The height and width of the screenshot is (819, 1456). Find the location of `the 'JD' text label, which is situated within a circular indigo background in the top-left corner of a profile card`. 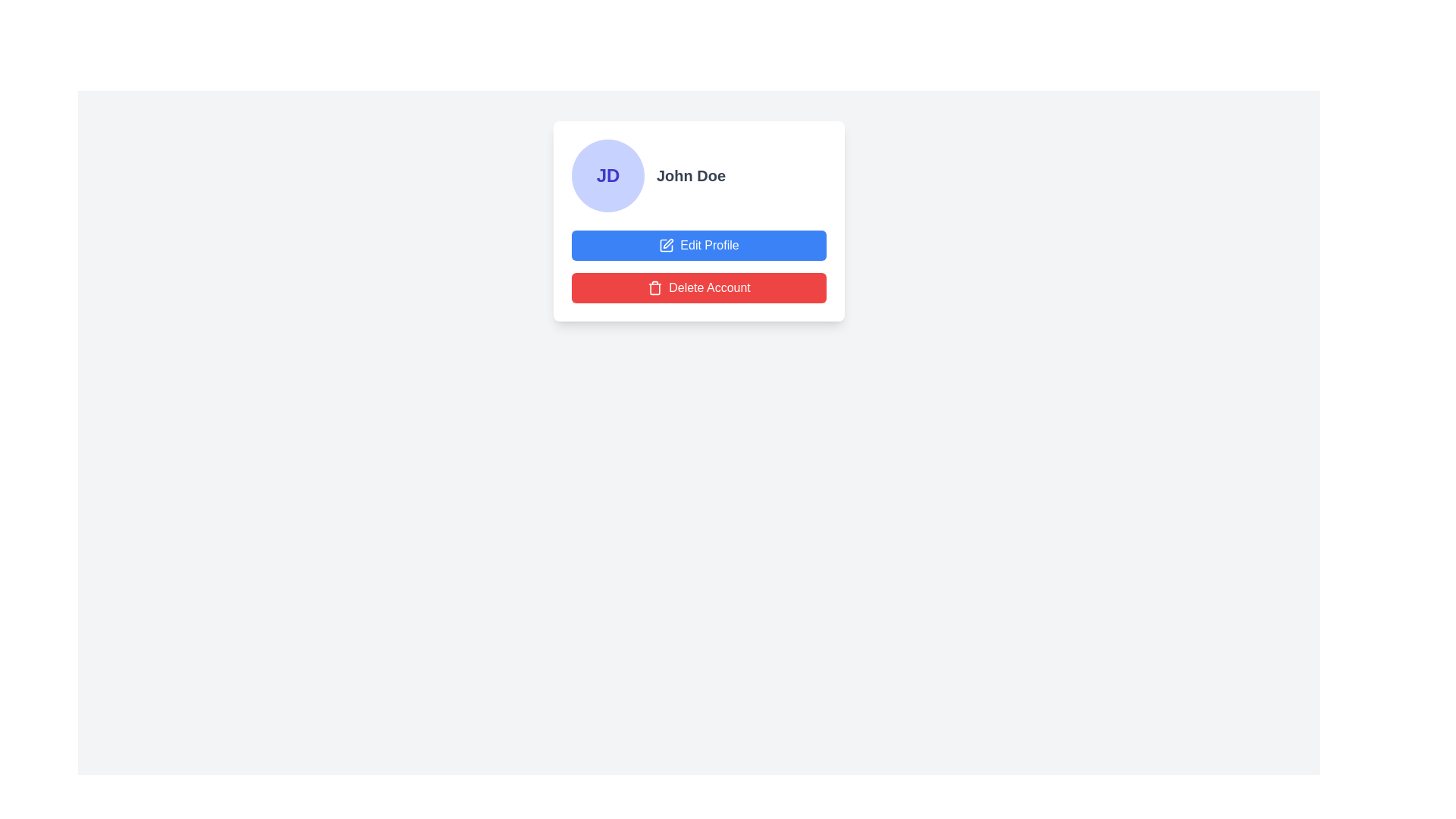

the 'JD' text label, which is situated within a circular indigo background in the top-left corner of a profile card is located at coordinates (607, 174).